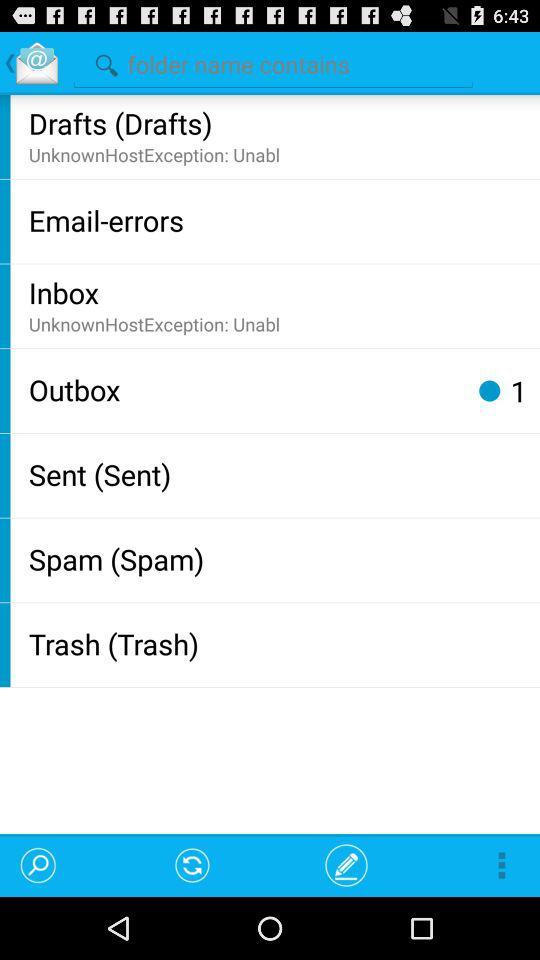 The width and height of the screenshot is (540, 960). Describe the element at coordinates (272, 61) in the screenshot. I see `search folder names` at that location.